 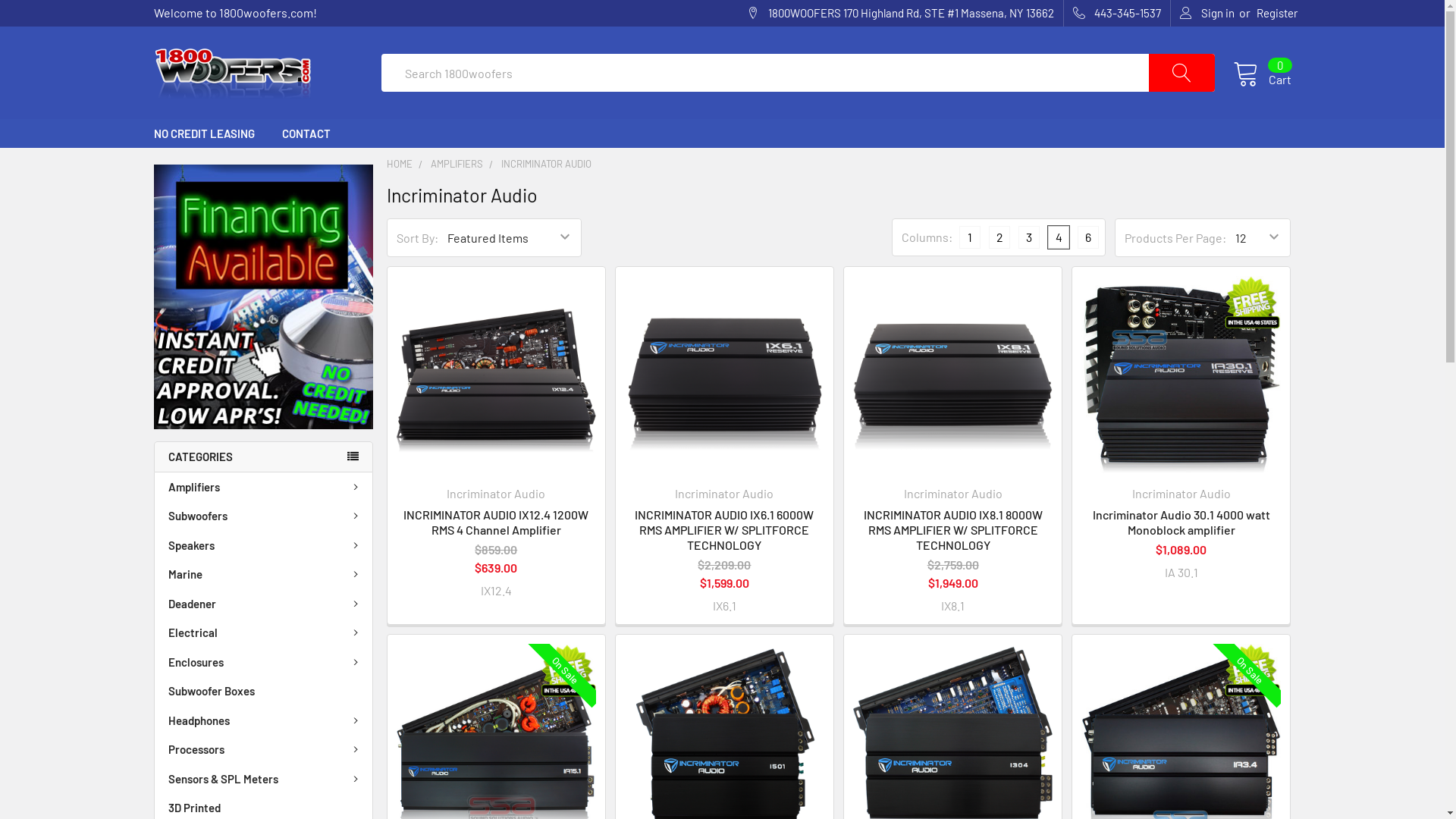 I want to click on 'Incriminator Audio 30.1 4000 watt Monoblock amplifier', so click(x=1180, y=375).